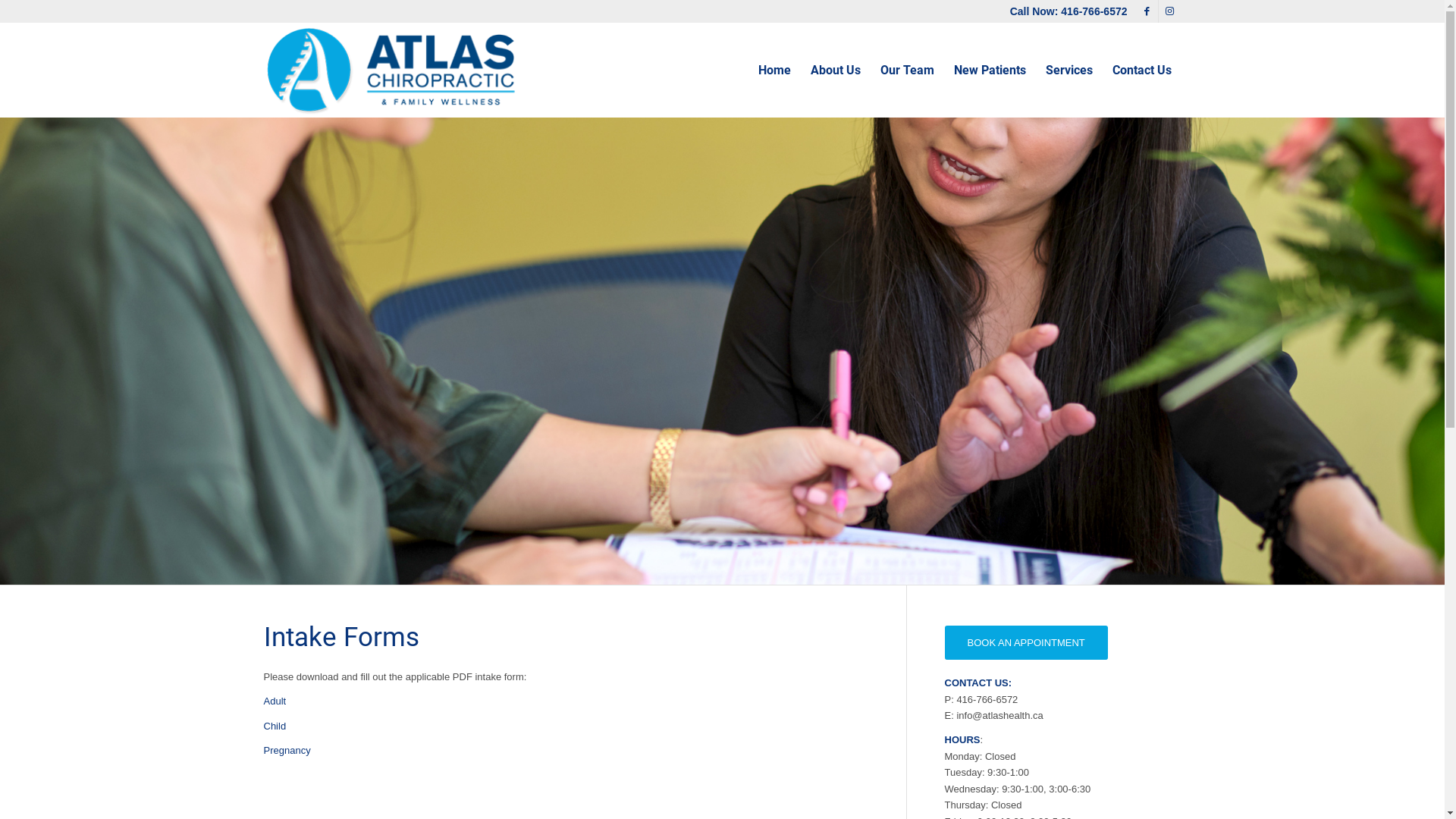  I want to click on 'Intake', so click(721, 350).